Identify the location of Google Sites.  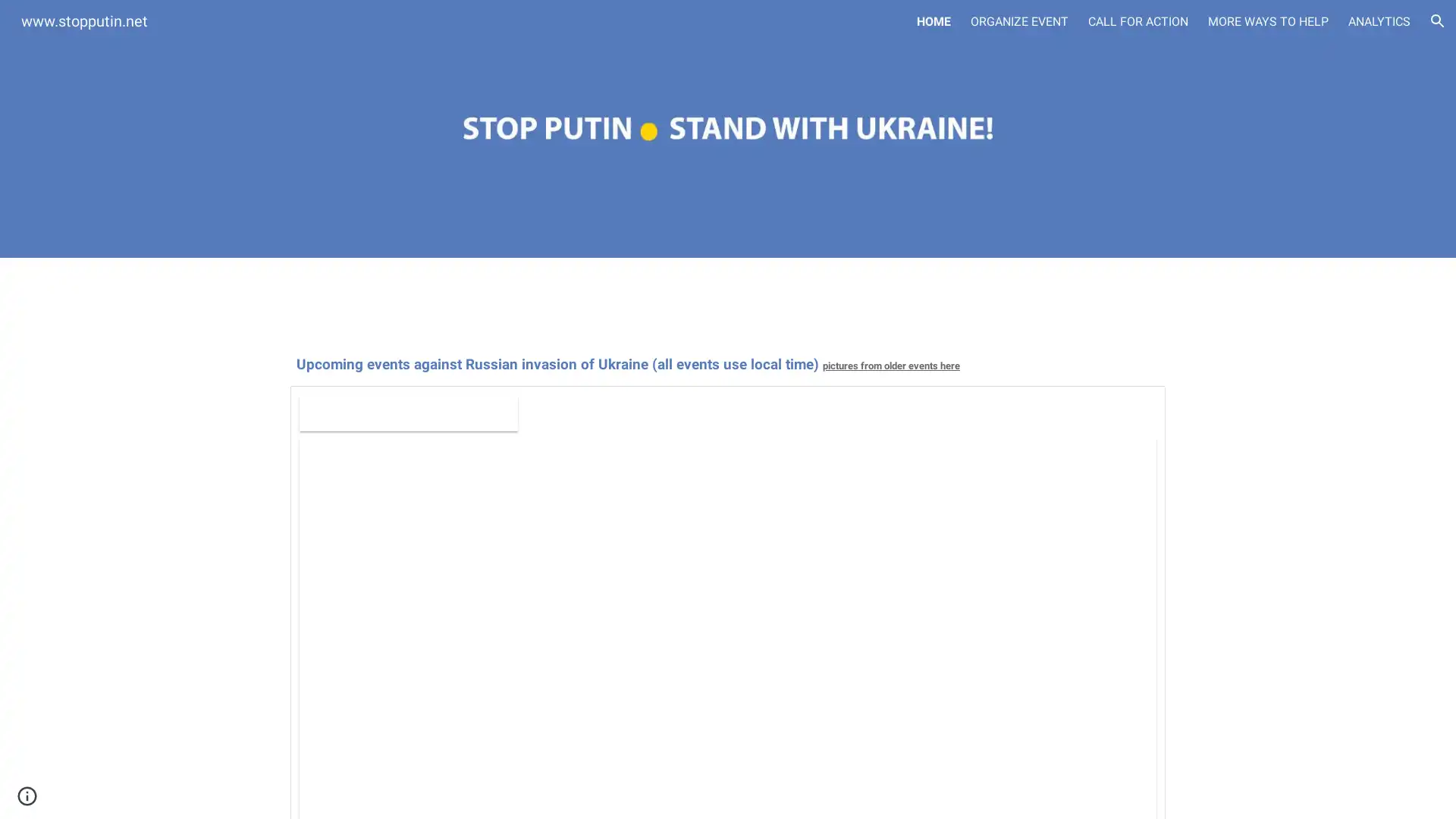
(117, 792).